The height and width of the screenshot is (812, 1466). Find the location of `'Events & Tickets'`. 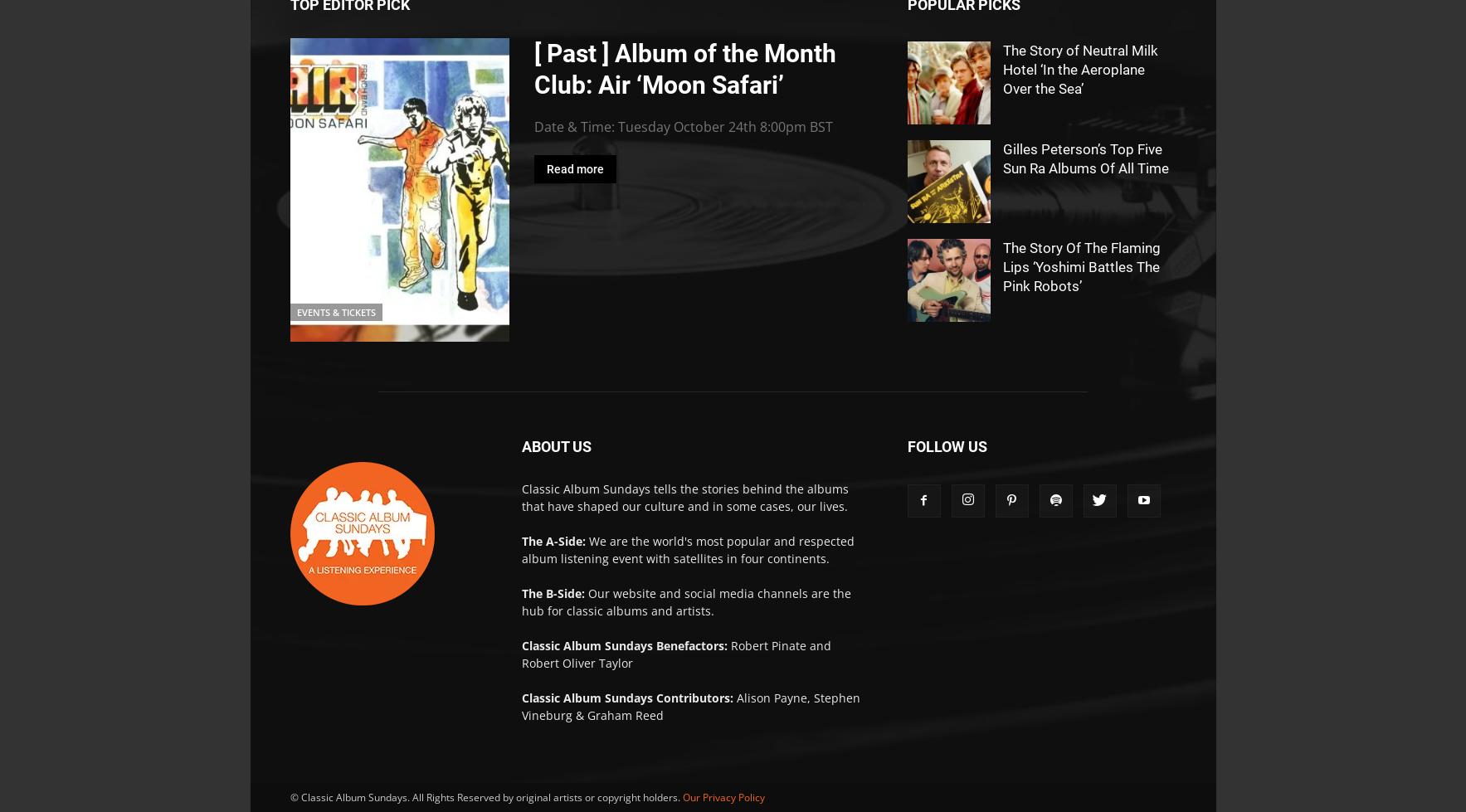

'Events & Tickets' is located at coordinates (295, 312).